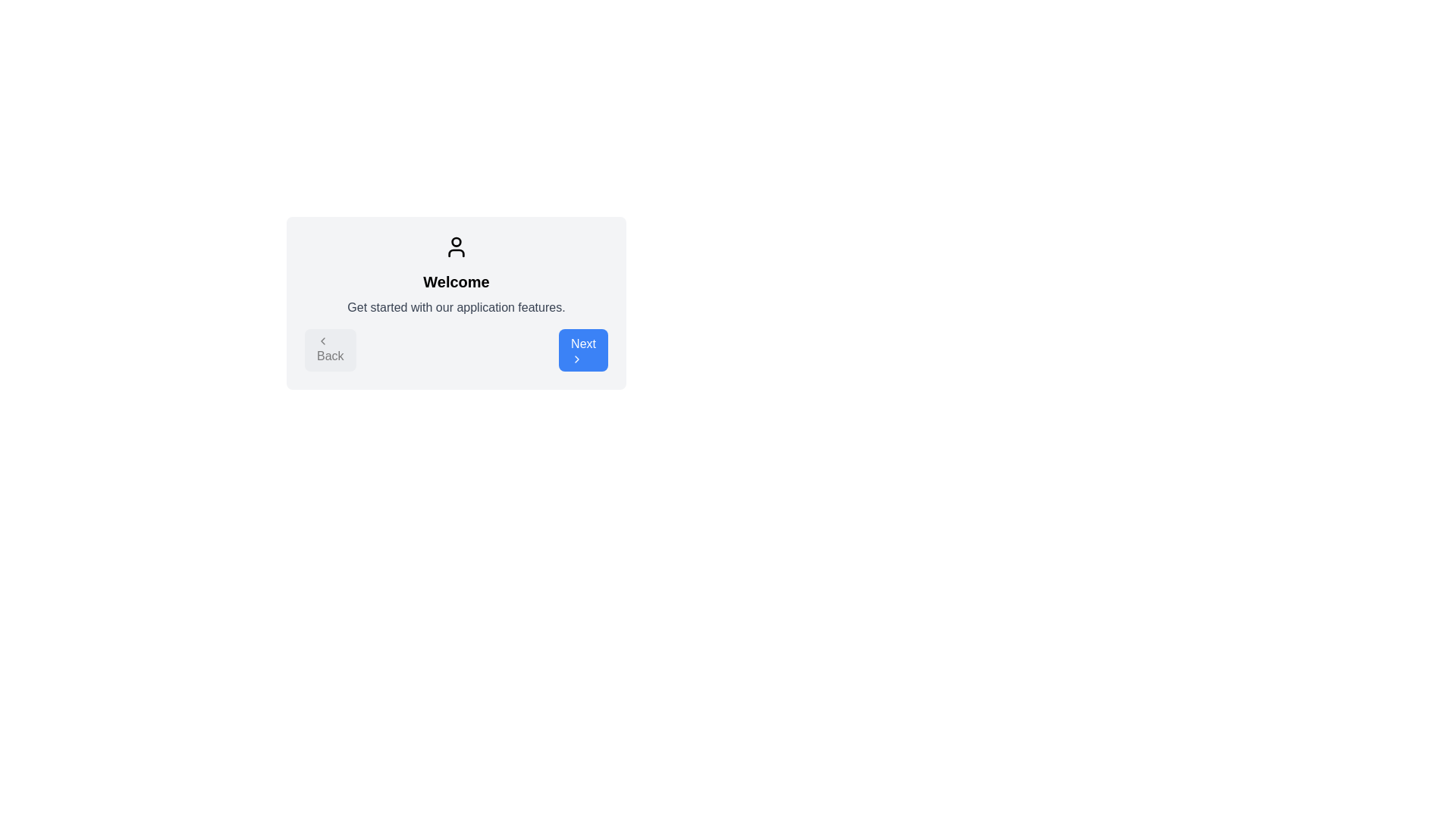 The height and width of the screenshot is (819, 1456). I want to click on the navigation button located on the left side of the horizontal layout, so click(329, 350).